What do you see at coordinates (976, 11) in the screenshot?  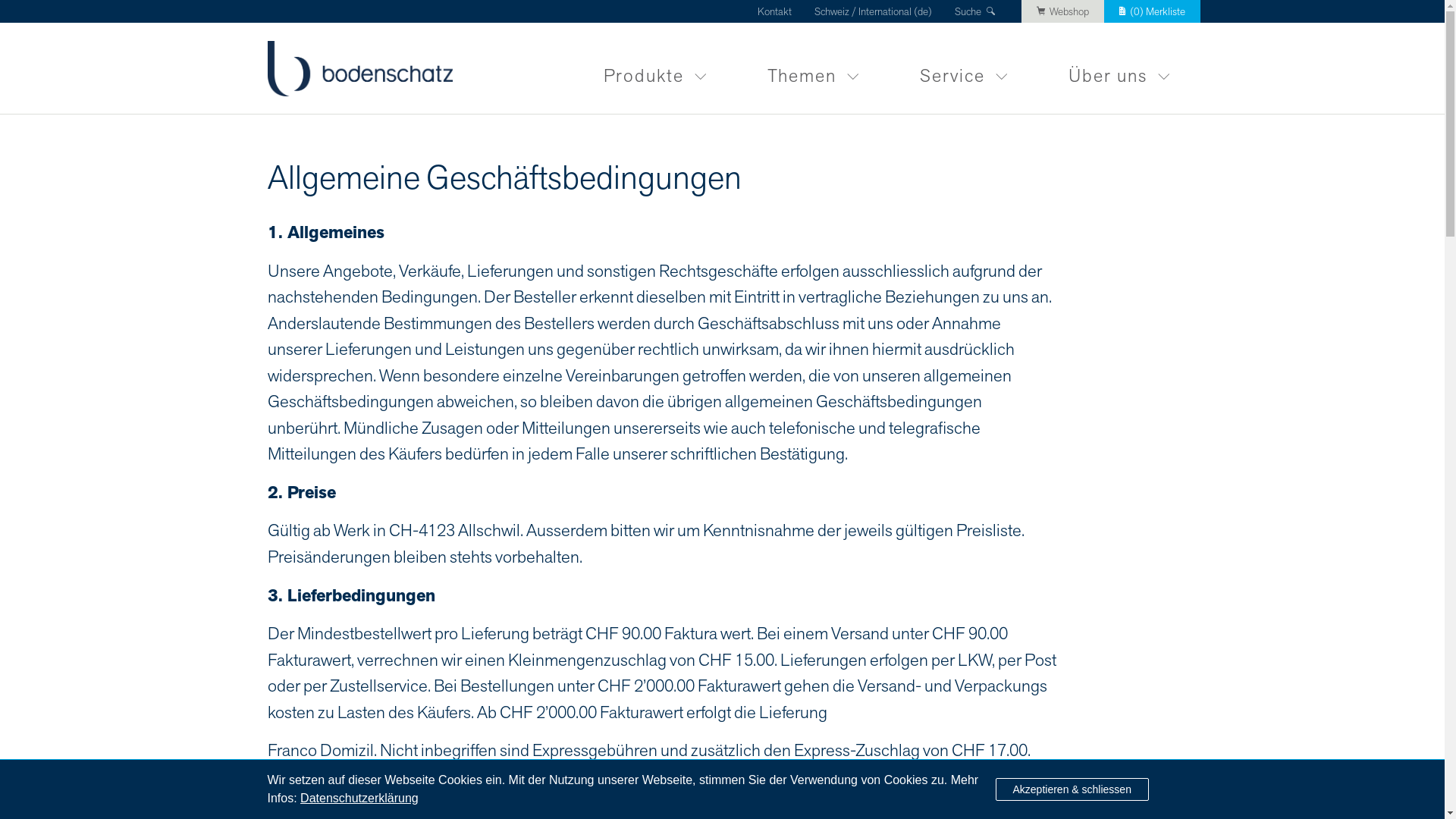 I see `'Suche'` at bounding box center [976, 11].